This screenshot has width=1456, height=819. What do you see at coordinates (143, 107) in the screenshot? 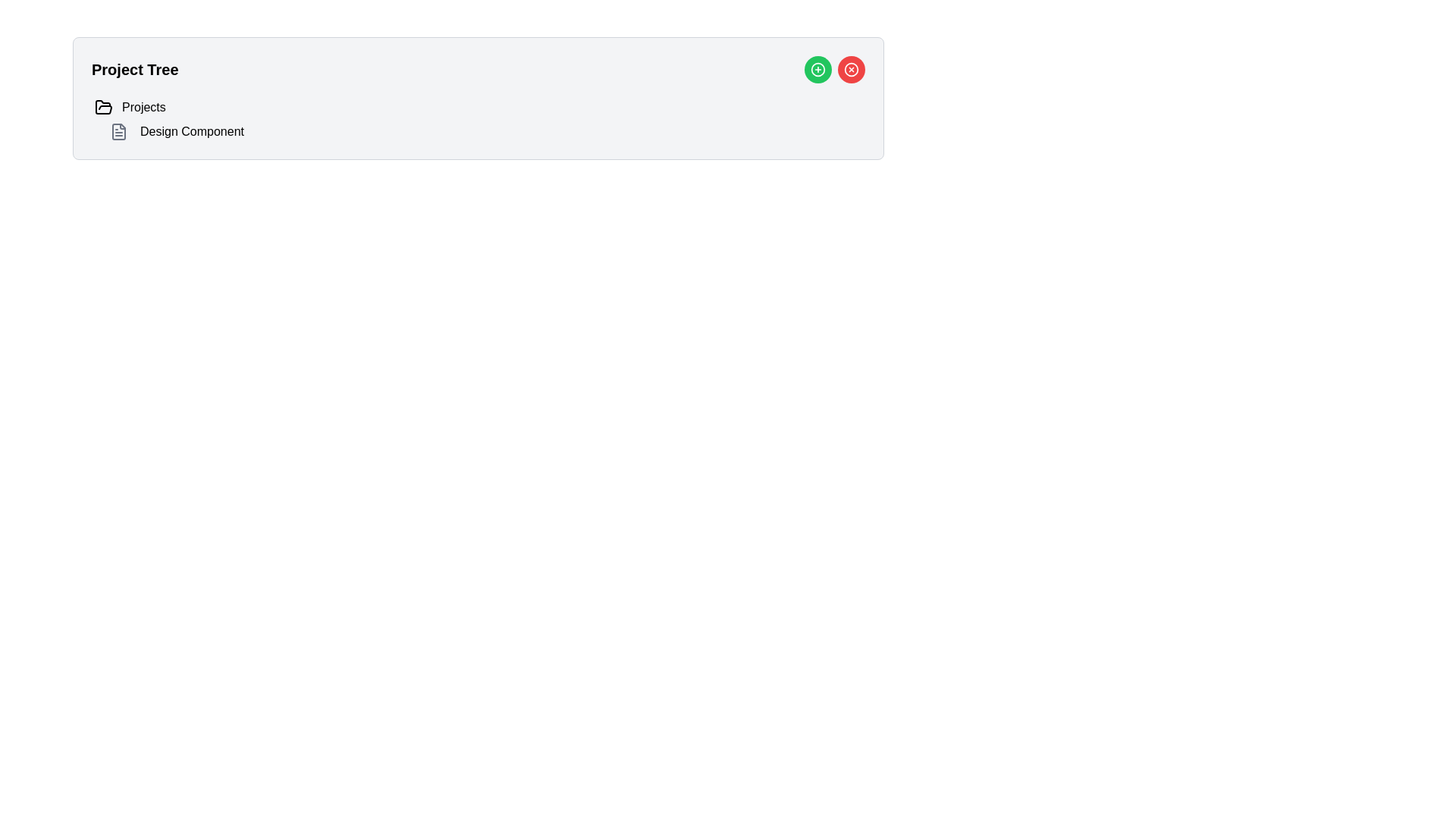
I see `the 'Projects' Text Label, which is located next to a folder icon in the project tree structure` at bounding box center [143, 107].